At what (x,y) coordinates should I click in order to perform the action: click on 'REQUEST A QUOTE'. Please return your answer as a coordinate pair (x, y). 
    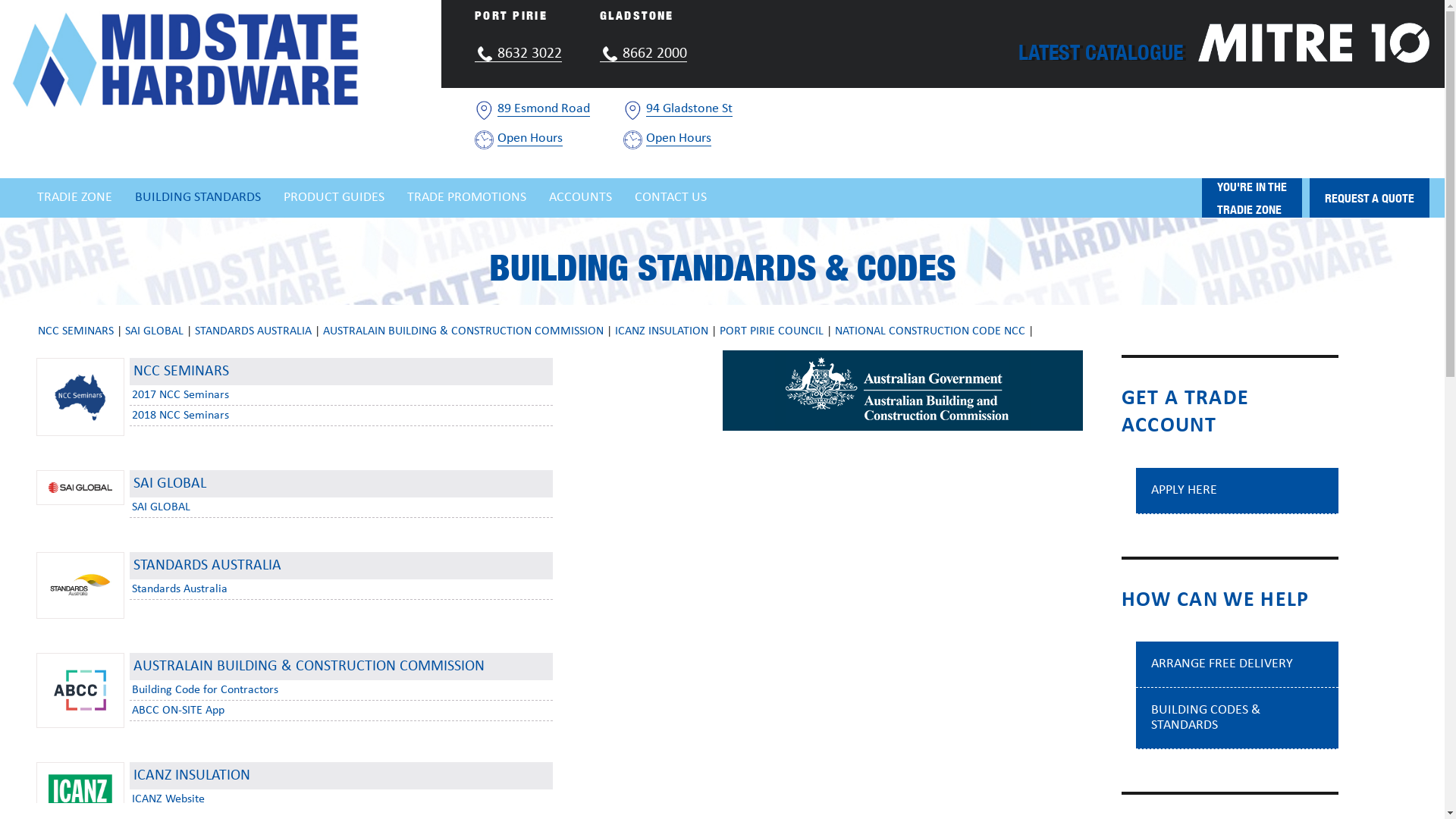
    Looking at the image, I should click on (1309, 197).